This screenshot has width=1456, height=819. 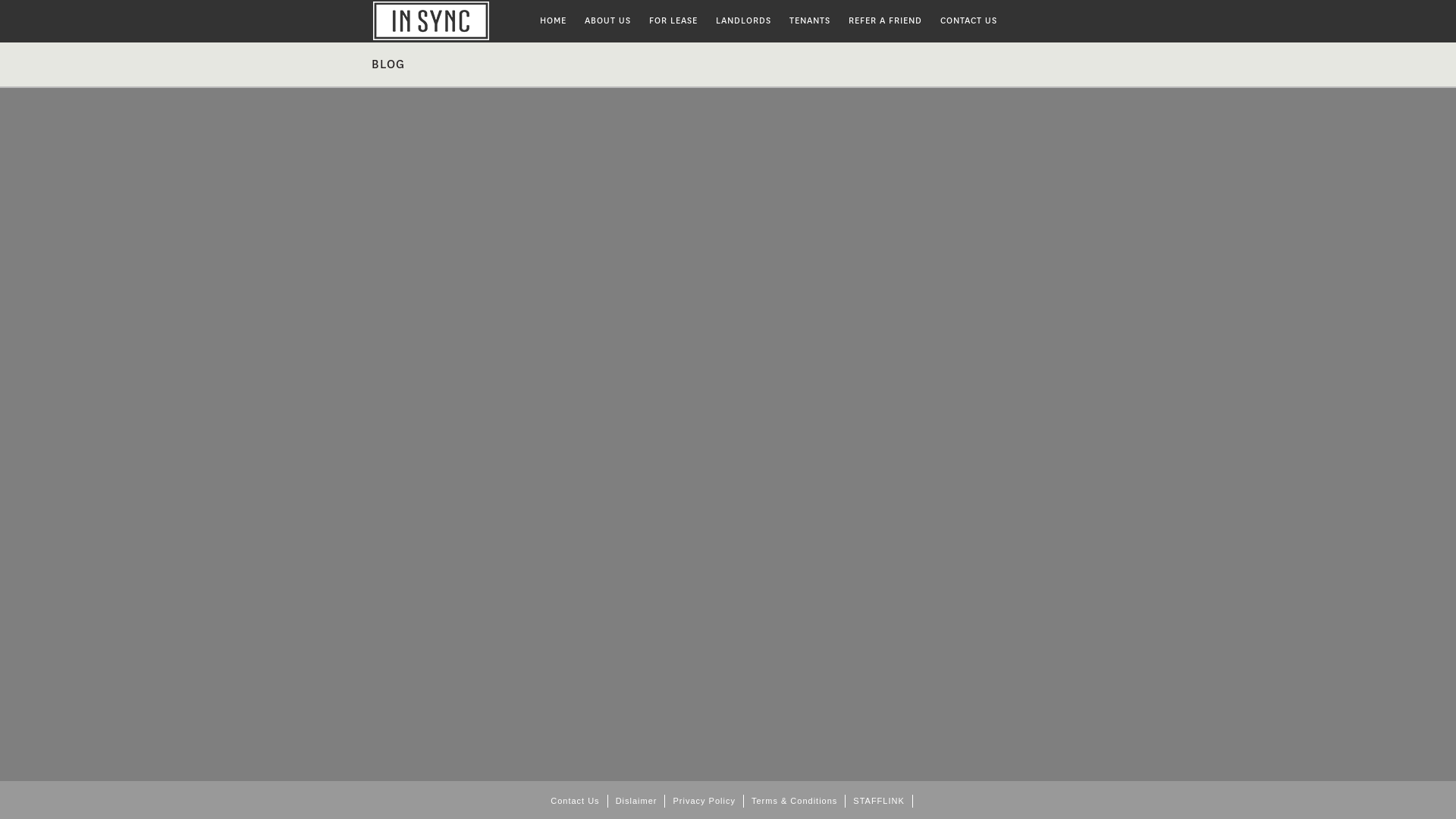 I want to click on 'HOME', so click(x=531, y=20).